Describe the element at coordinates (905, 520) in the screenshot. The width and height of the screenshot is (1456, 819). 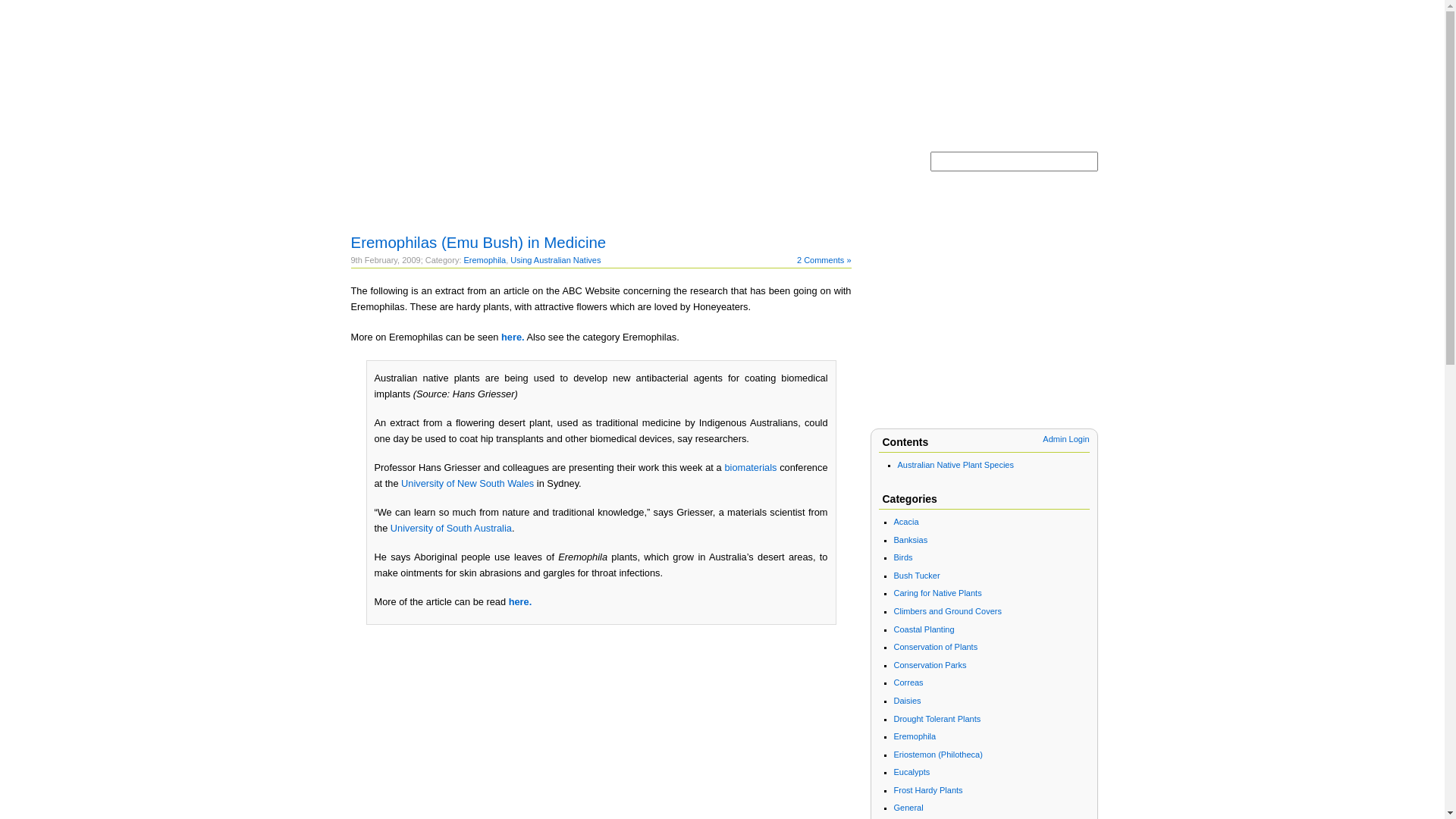
I see `'Acacia'` at that location.